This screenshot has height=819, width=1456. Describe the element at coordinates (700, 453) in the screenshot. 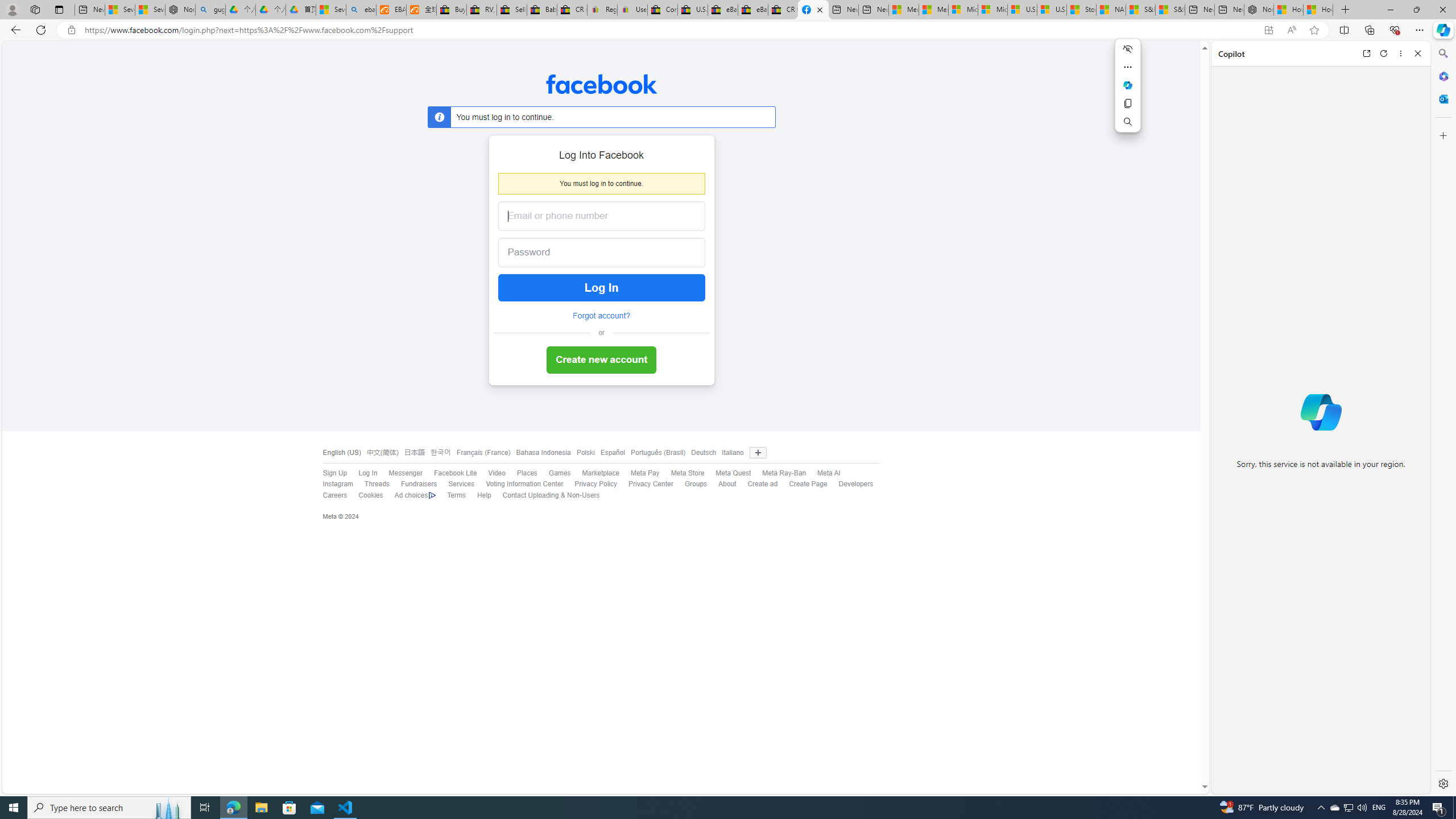

I see `'Deutsch'` at that location.